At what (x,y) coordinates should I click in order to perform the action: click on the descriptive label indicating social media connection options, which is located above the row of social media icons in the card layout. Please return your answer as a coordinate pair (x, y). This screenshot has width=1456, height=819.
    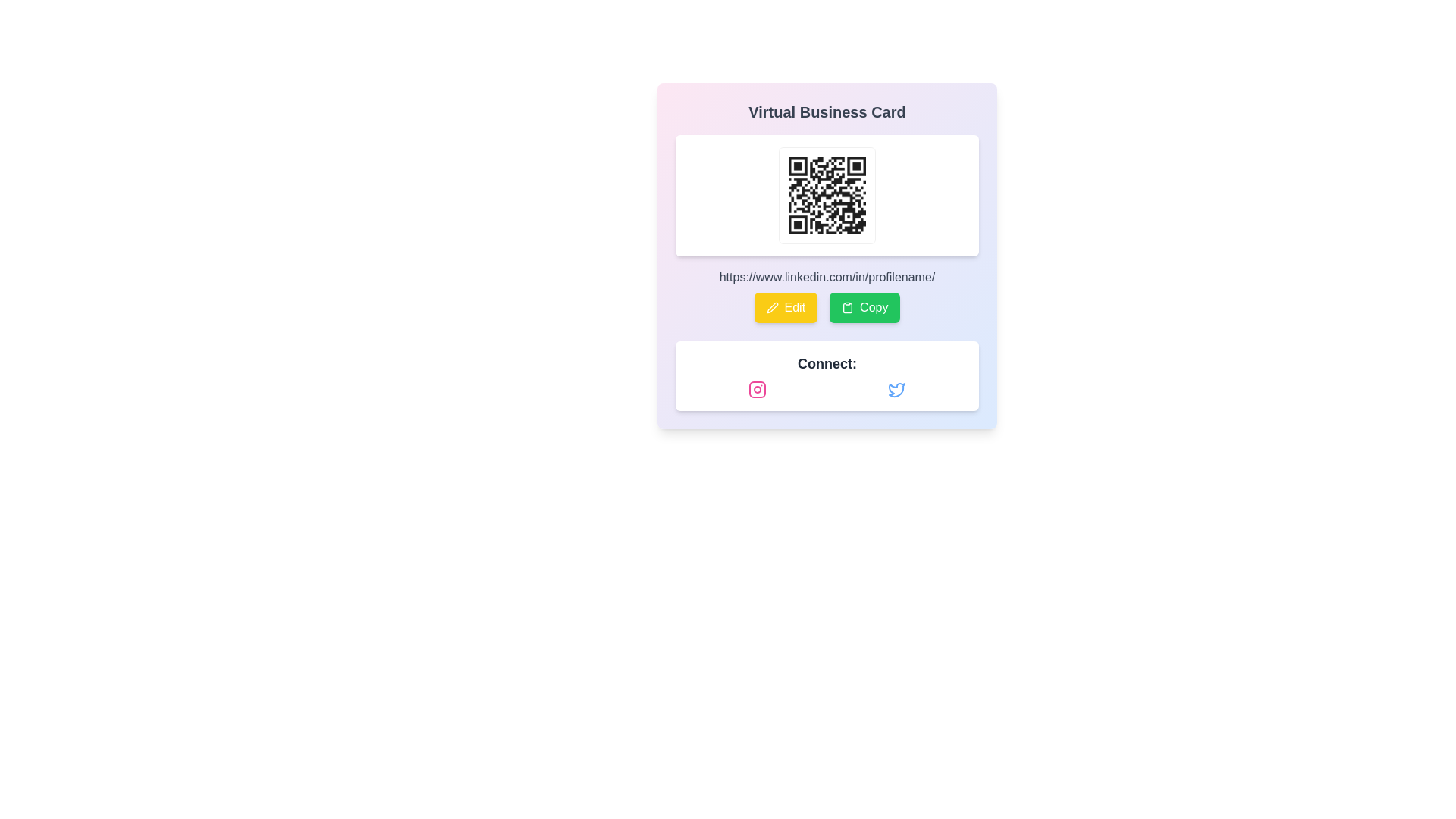
    Looking at the image, I should click on (826, 363).